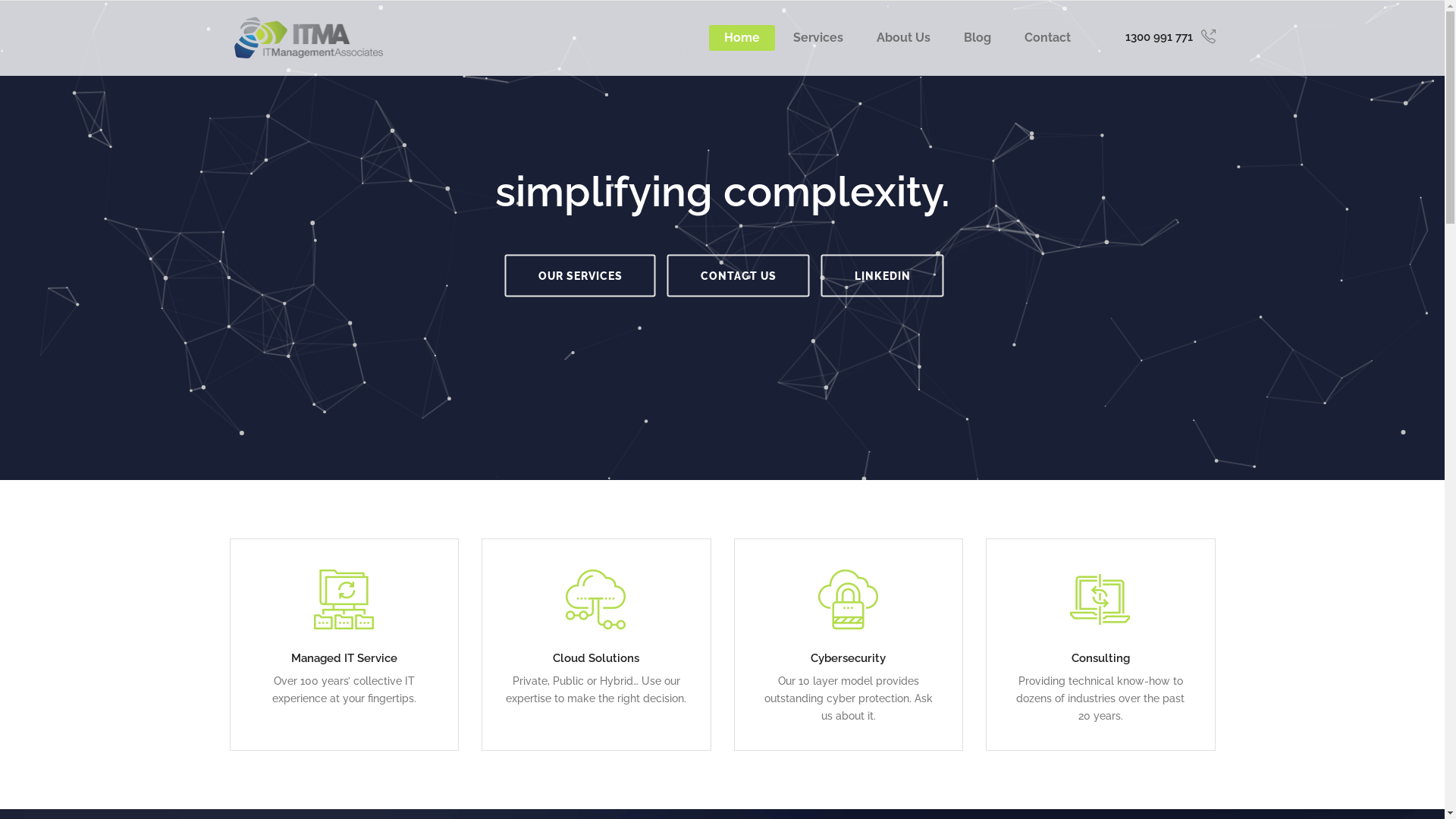  What do you see at coordinates (741, 37) in the screenshot?
I see `'Home'` at bounding box center [741, 37].